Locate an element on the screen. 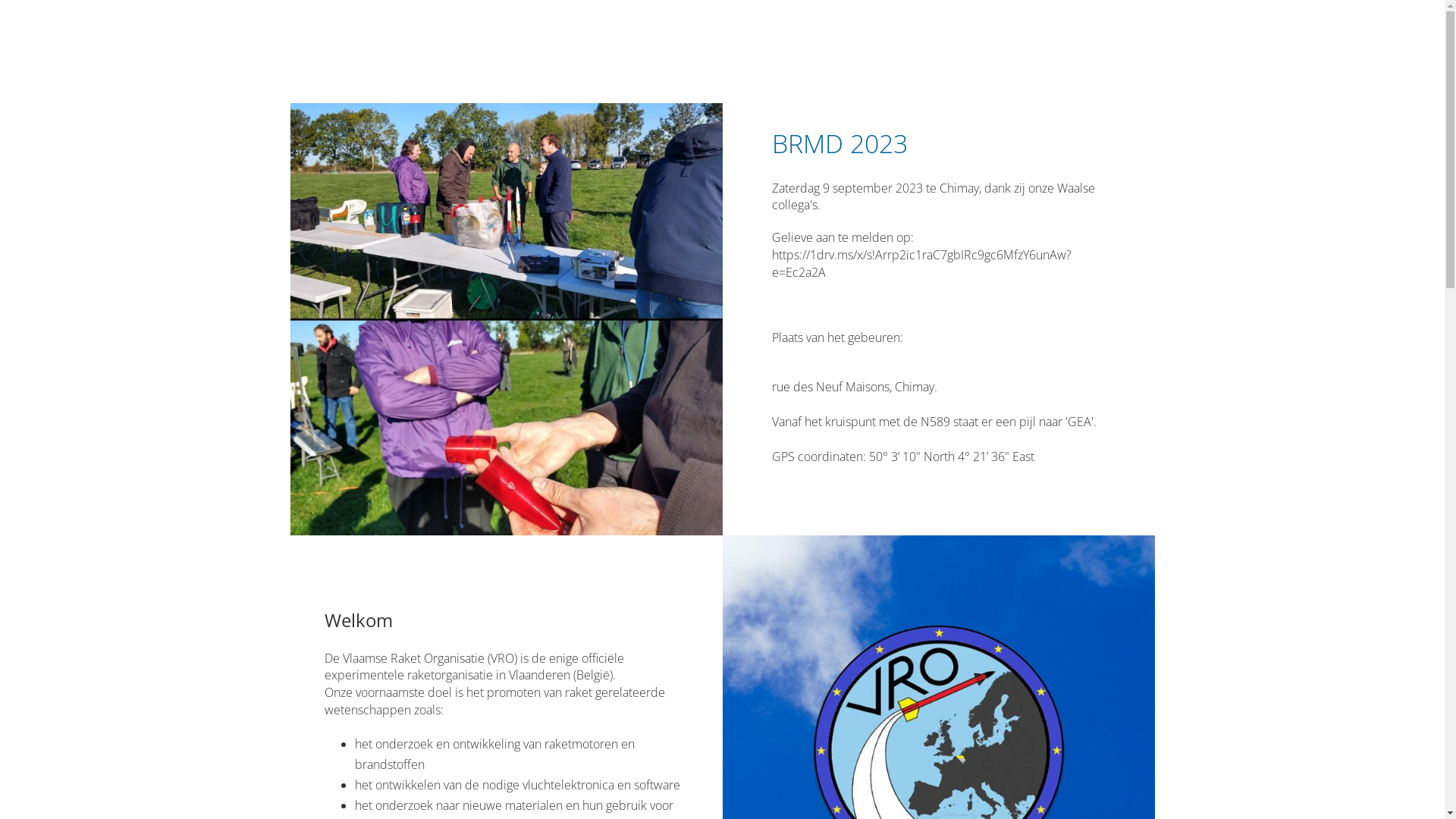  'Vlaamse Raket Organisatie' is located at coordinates (422, 45).